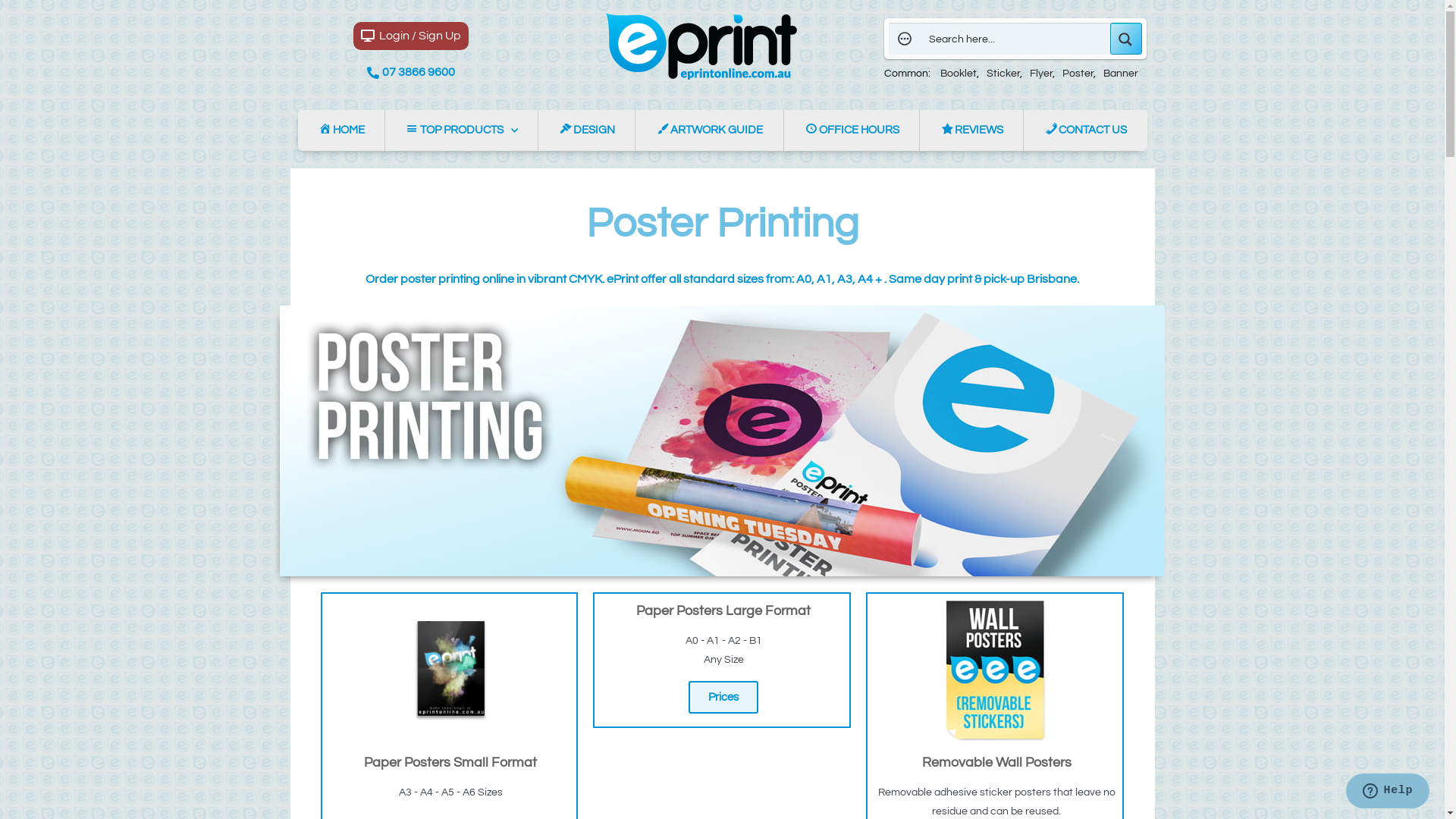 This screenshot has height=819, width=1456. I want to click on 'DESIGN', so click(585, 130).